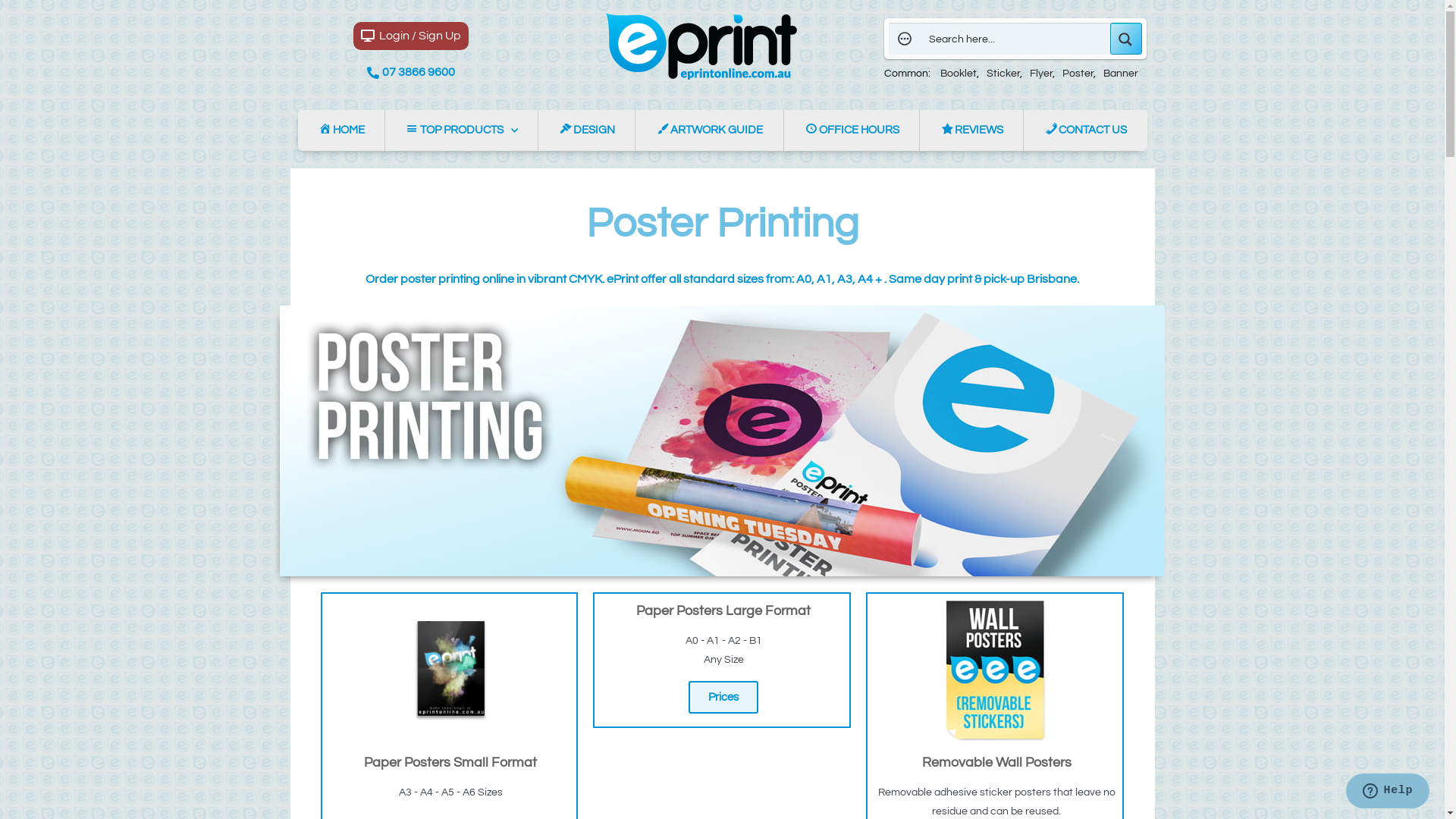 This screenshot has height=819, width=1456. I want to click on 'DESIGN', so click(585, 130).